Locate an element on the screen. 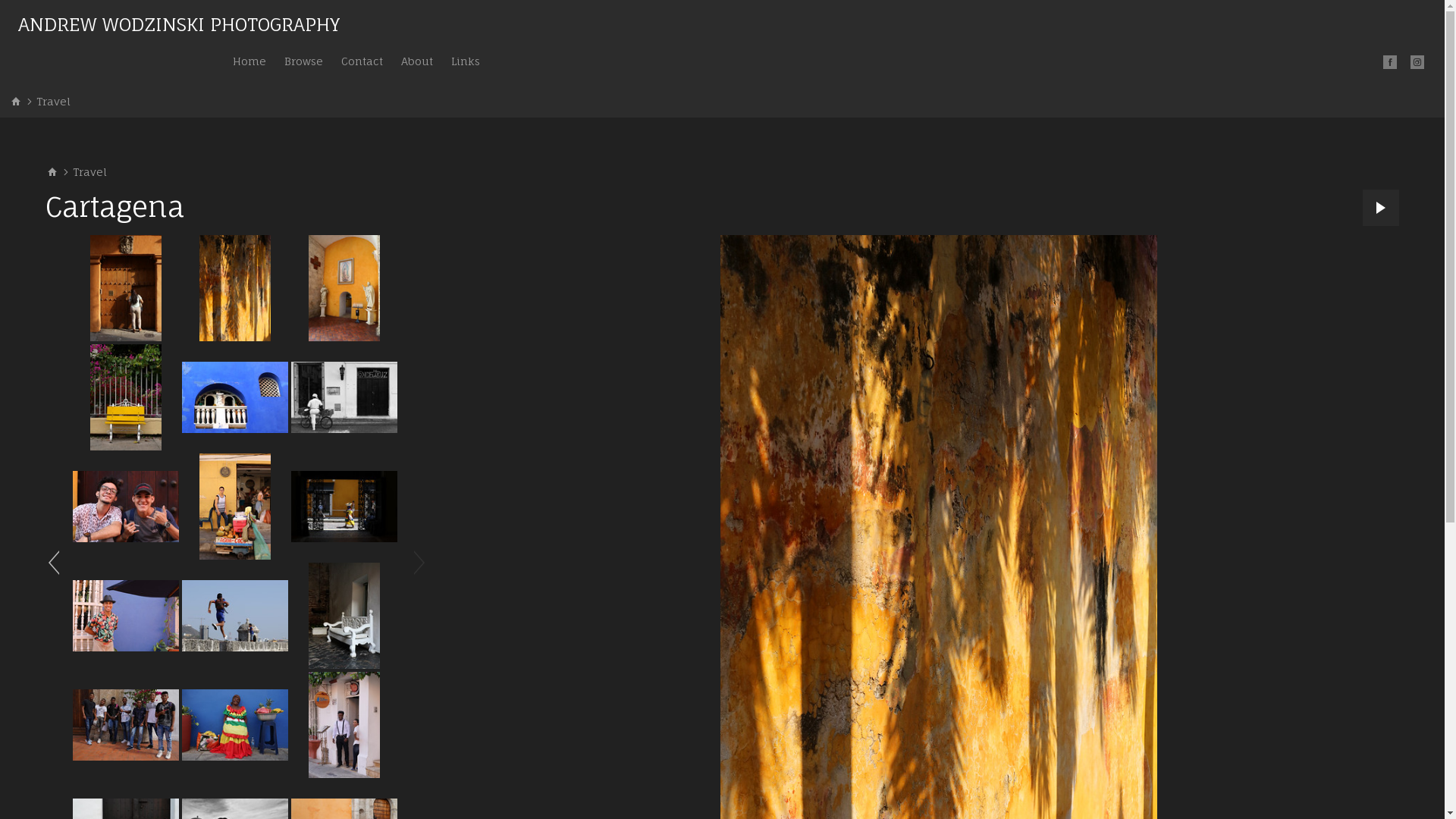 This screenshot has width=1456, height=819. 'Home' is located at coordinates (249, 60).